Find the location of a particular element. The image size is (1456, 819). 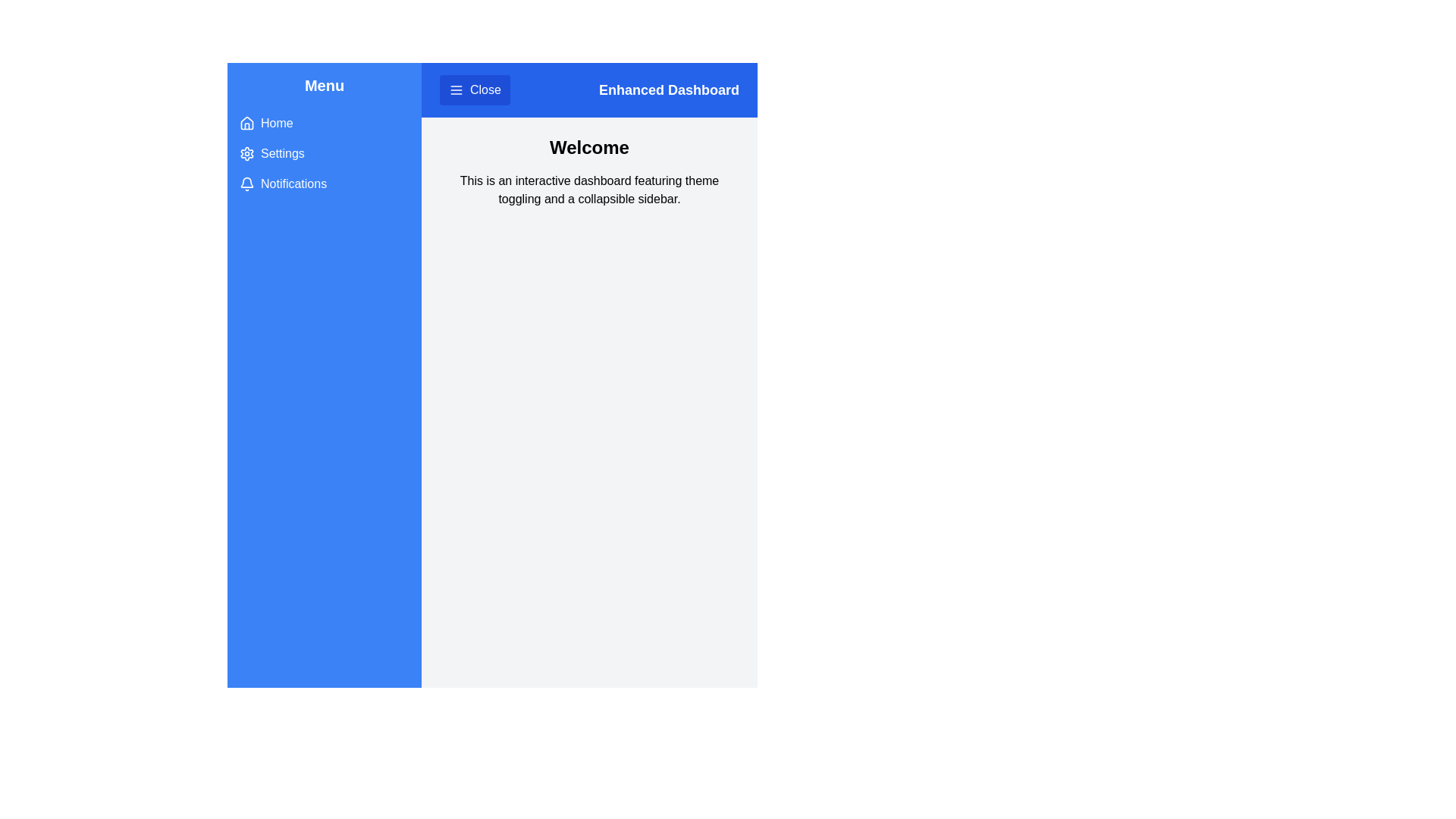

the button located in the blue header section, the first element next to the 'Enhanced Dashboard' label is located at coordinates (474, 90).